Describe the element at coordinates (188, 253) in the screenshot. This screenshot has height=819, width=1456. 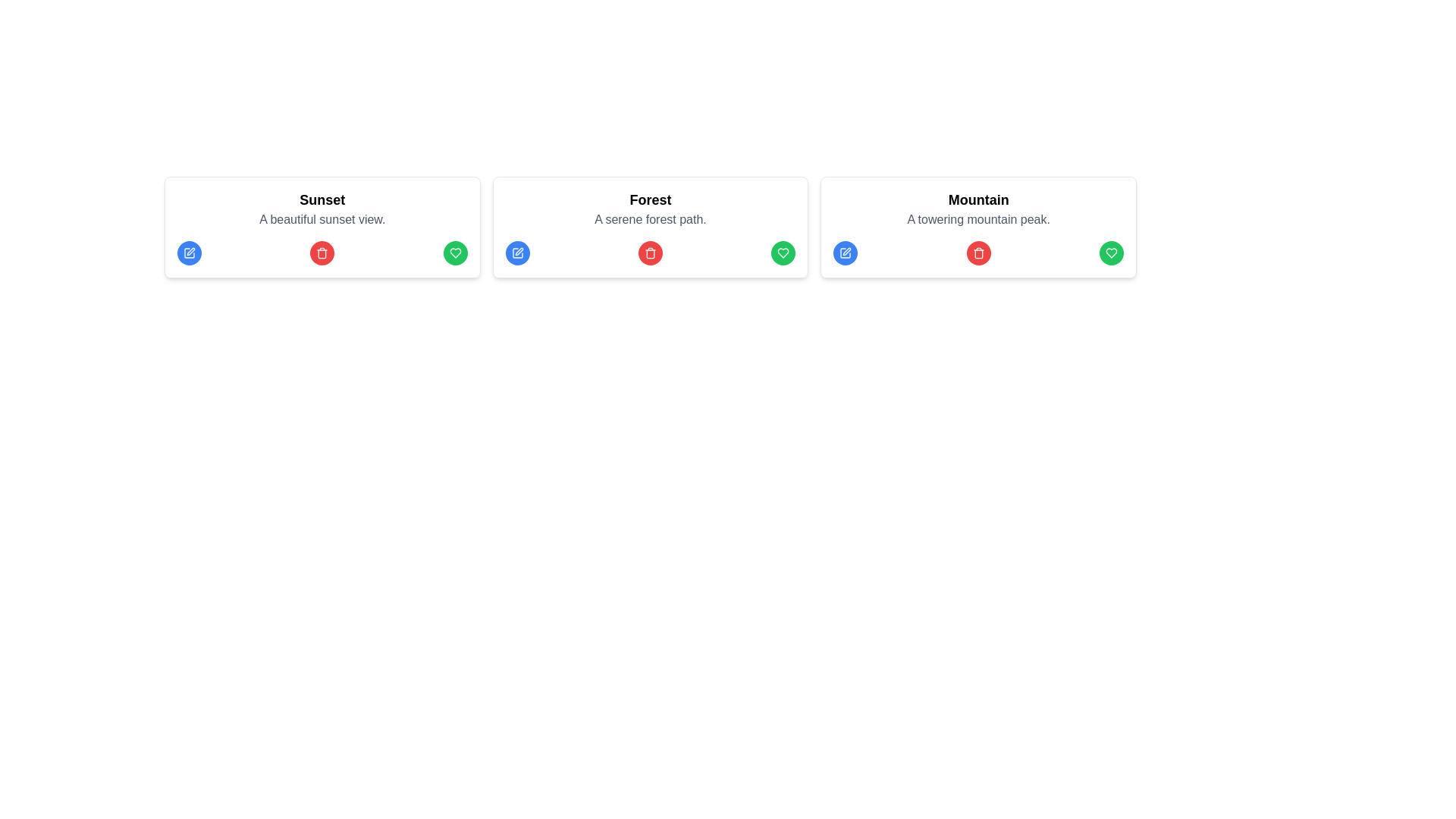
I see `the circular blue button with a pen icon and white text, located at the leftmost position among three buttons below the text 'Sunset'` at that location.